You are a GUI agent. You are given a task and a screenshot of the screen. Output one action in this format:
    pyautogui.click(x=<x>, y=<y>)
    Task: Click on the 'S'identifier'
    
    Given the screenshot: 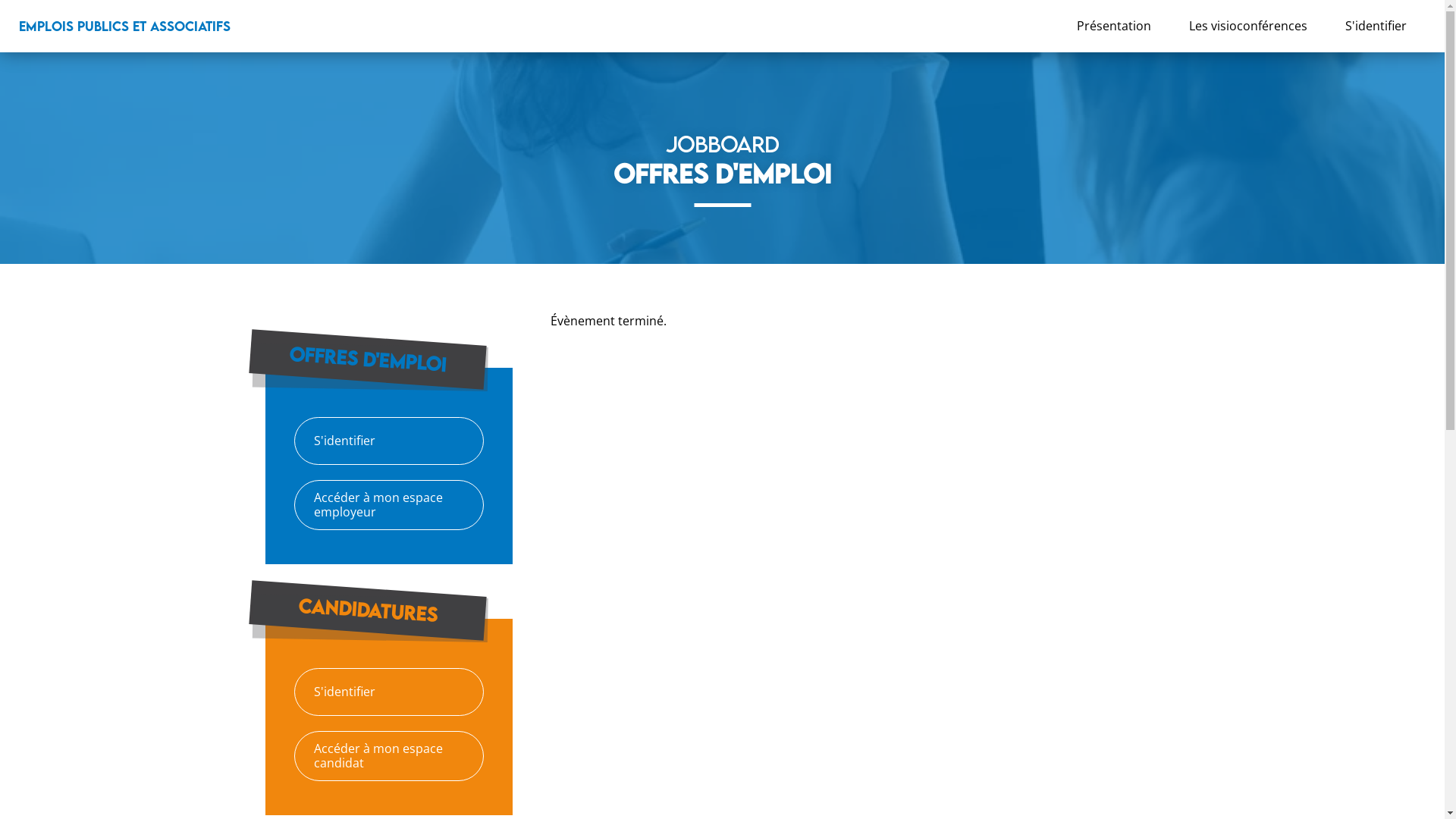 What is the action you would take?
    pyautogui.click(x=389, y=692)
    